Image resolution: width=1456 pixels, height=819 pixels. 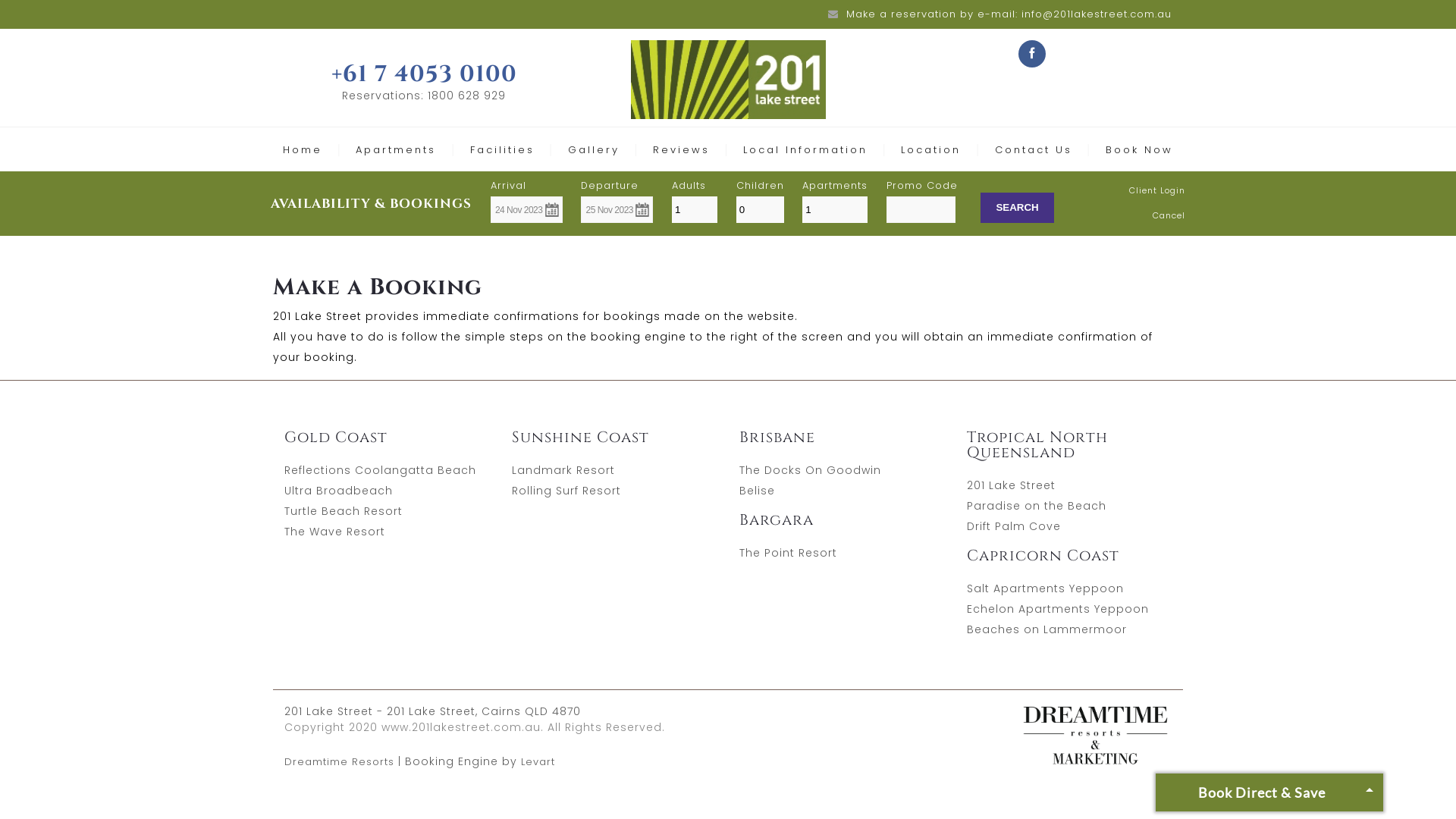 I want to click on 'SEARCH', so click(x=1016, y=207).